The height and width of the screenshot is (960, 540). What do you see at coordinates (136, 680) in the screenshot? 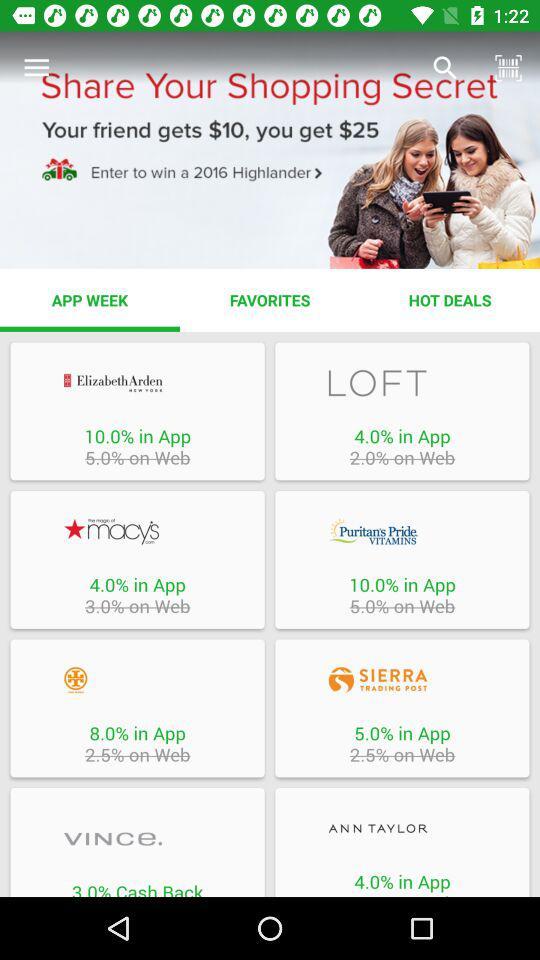
I see `app page` at bounding box center [136, 680].